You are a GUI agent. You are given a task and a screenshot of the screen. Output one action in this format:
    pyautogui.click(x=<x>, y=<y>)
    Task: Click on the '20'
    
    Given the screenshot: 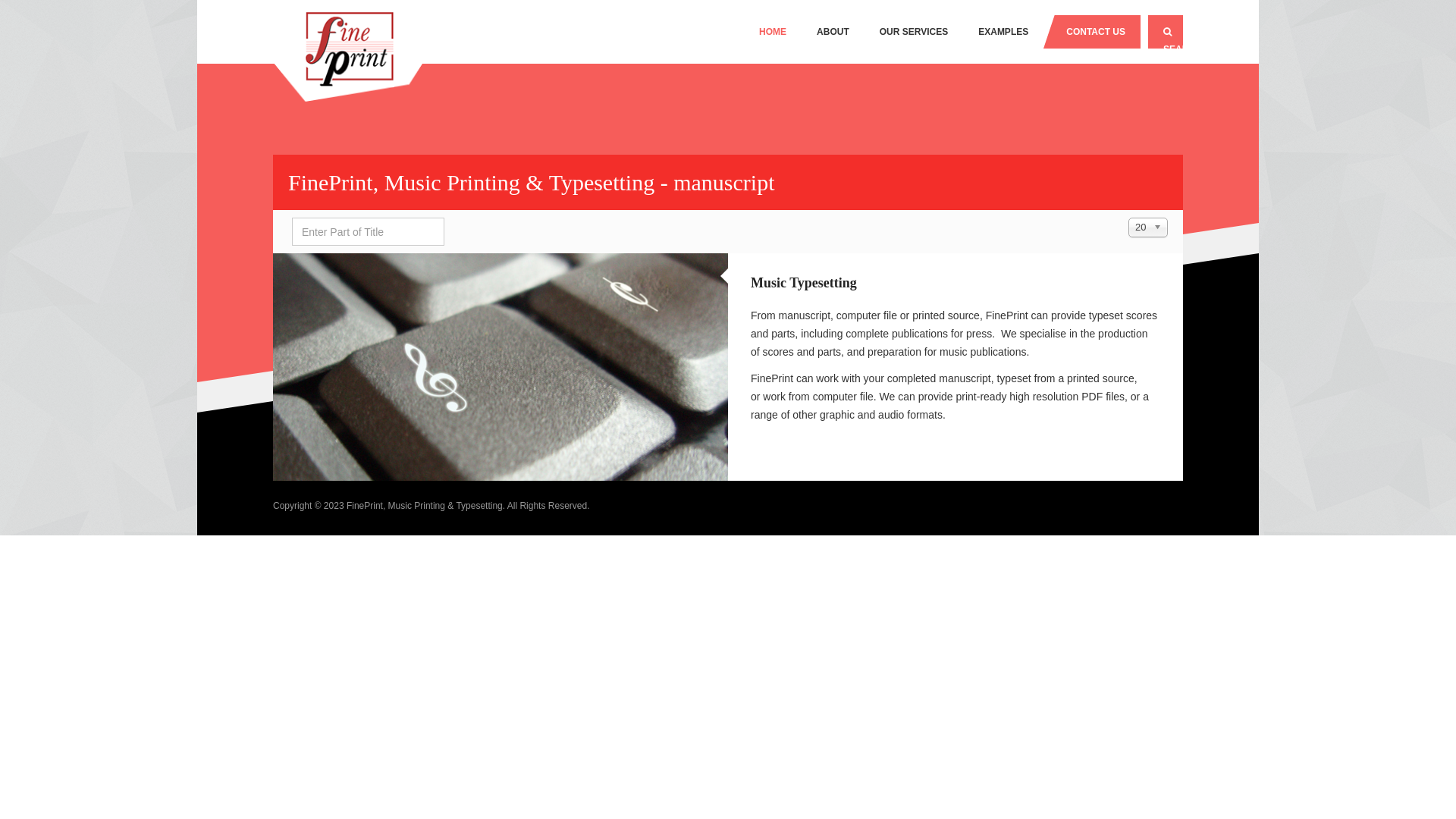 What is the action you would take?
    pyautogui.click(x=1128, y=227)
    